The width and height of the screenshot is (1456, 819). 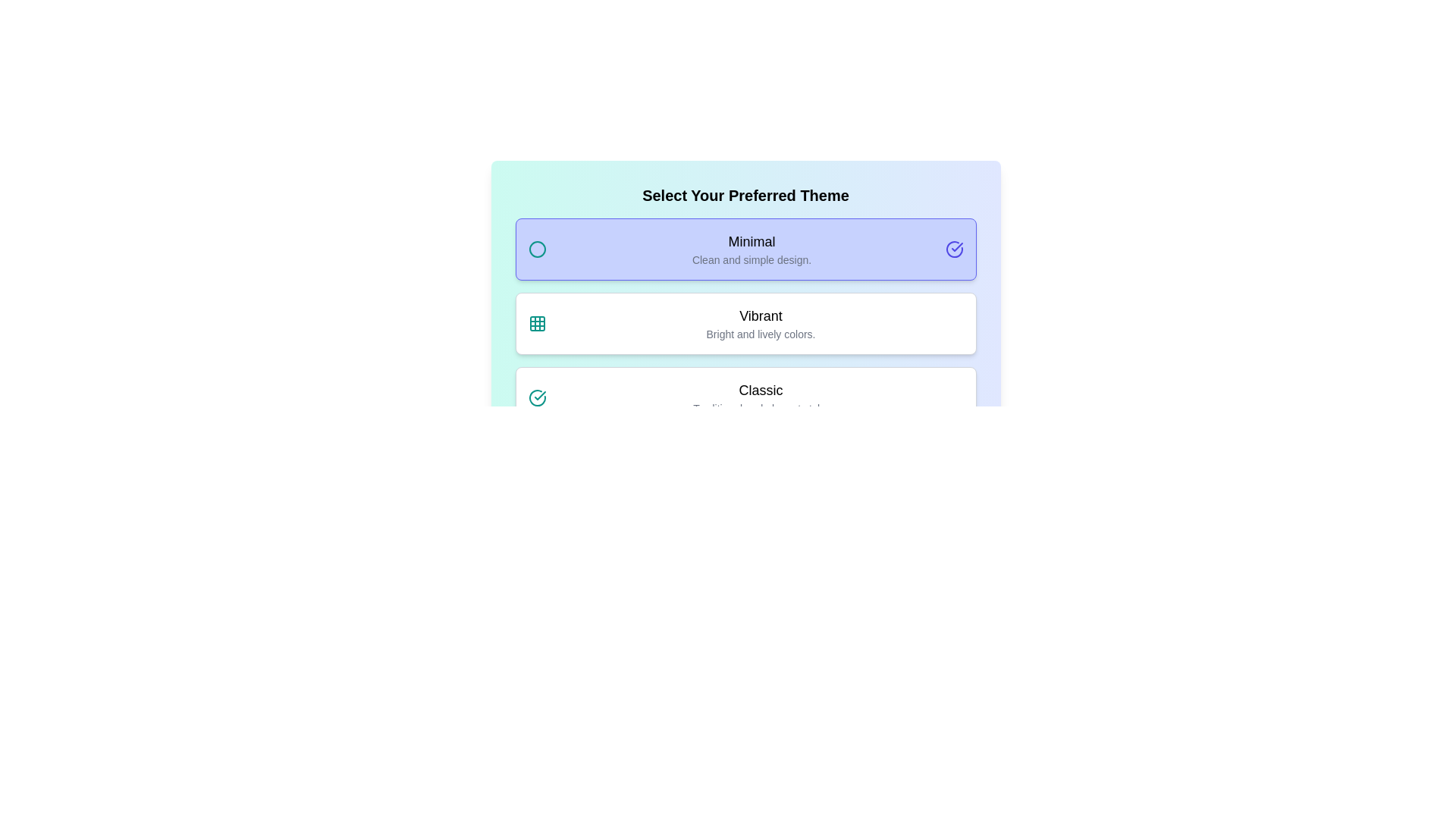 What do you see at coordinates (752, 259) in the screenshot?
I see `the static text element reading 'Clean and simple design.' which is styled in smaller fonts and lighter gray, located beneath the heading 'Minimal' within a card-like selection component` at bounding box center [752, 259].